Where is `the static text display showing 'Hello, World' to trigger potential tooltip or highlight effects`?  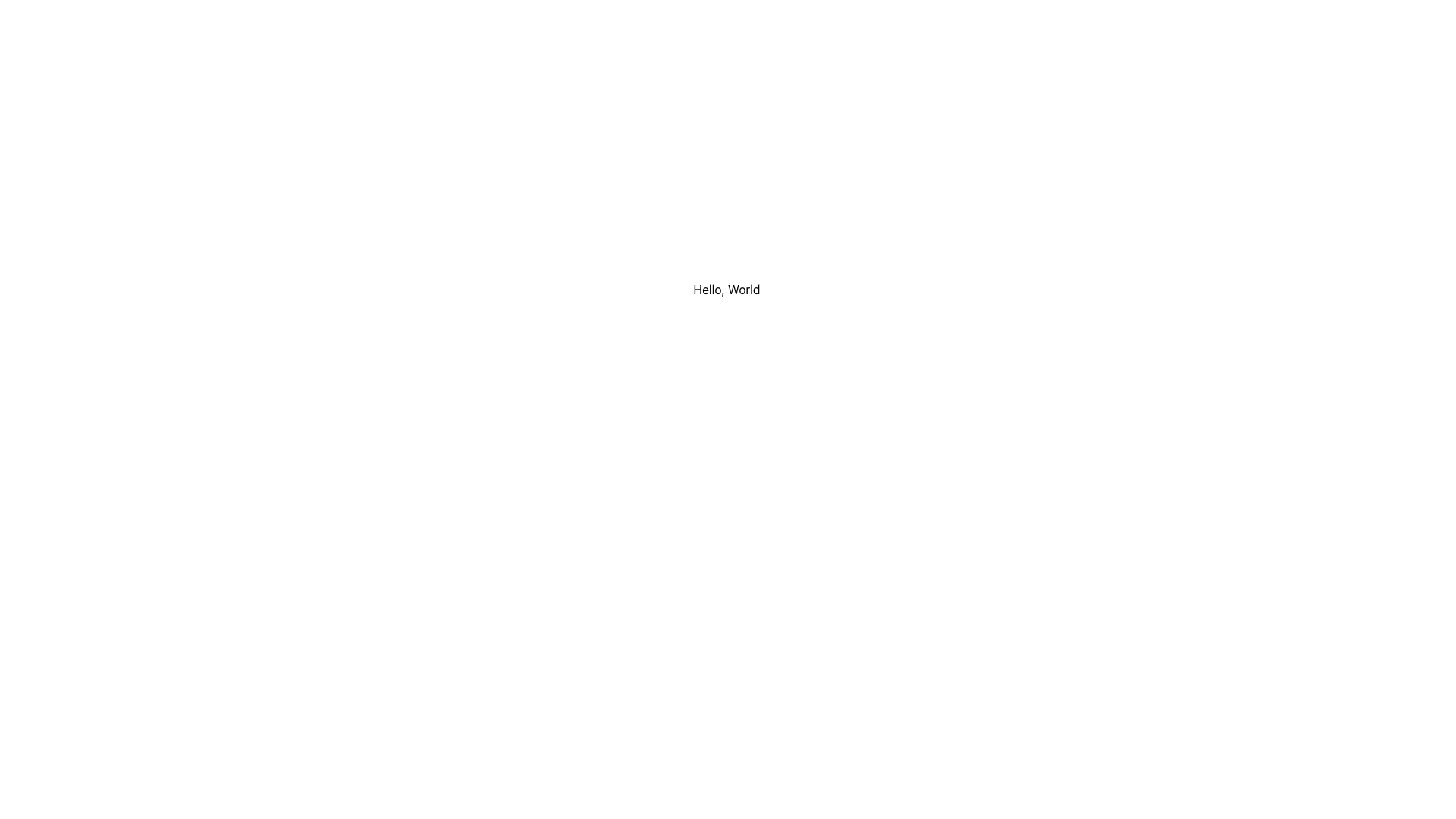
the static text display showing 'Hello, World' to trigger potential tooltip or highlight effects is located at coordinates (726, 289).